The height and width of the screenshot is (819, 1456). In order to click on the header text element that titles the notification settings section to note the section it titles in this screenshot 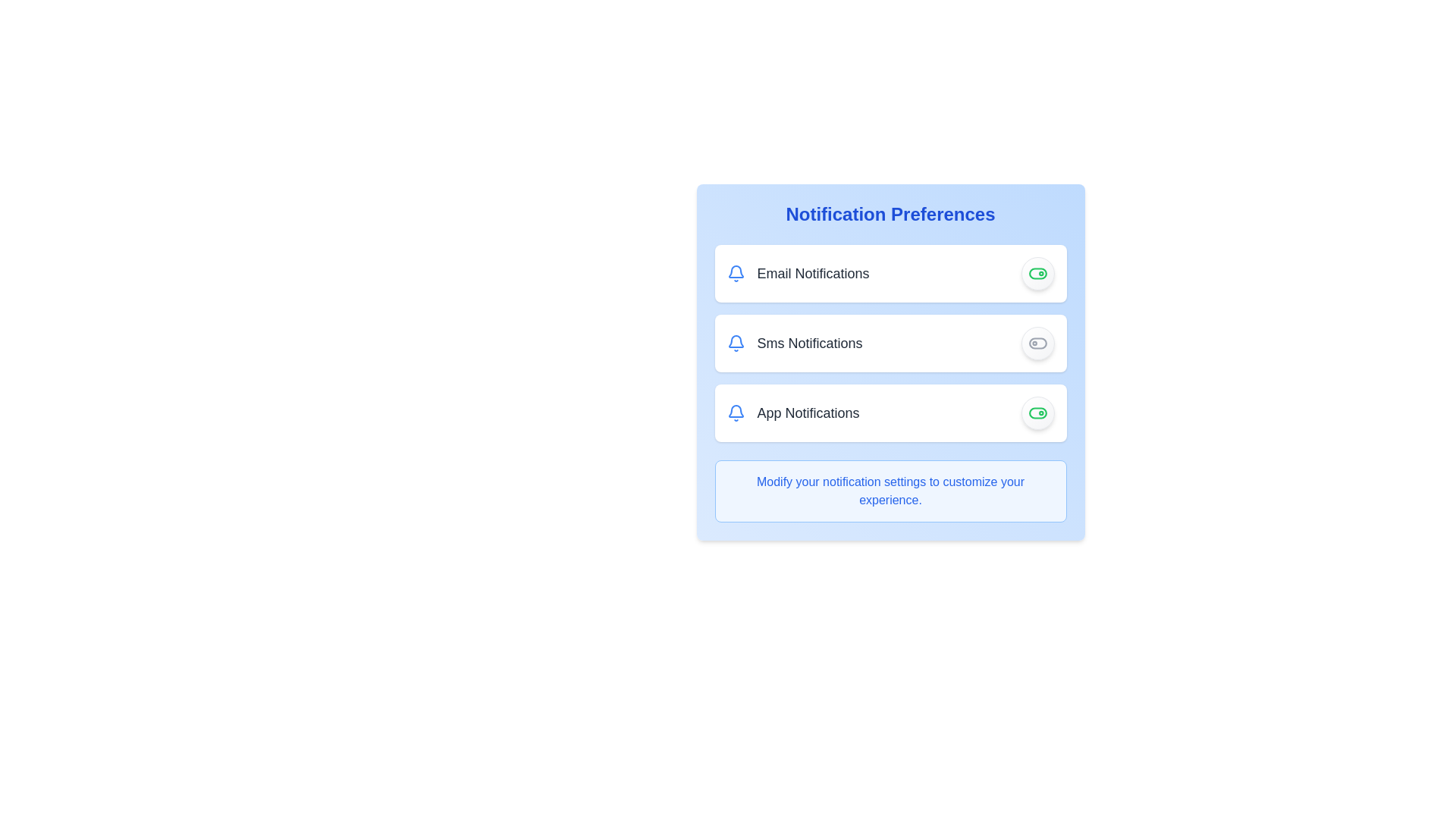, I will do `click(890, 214)`.